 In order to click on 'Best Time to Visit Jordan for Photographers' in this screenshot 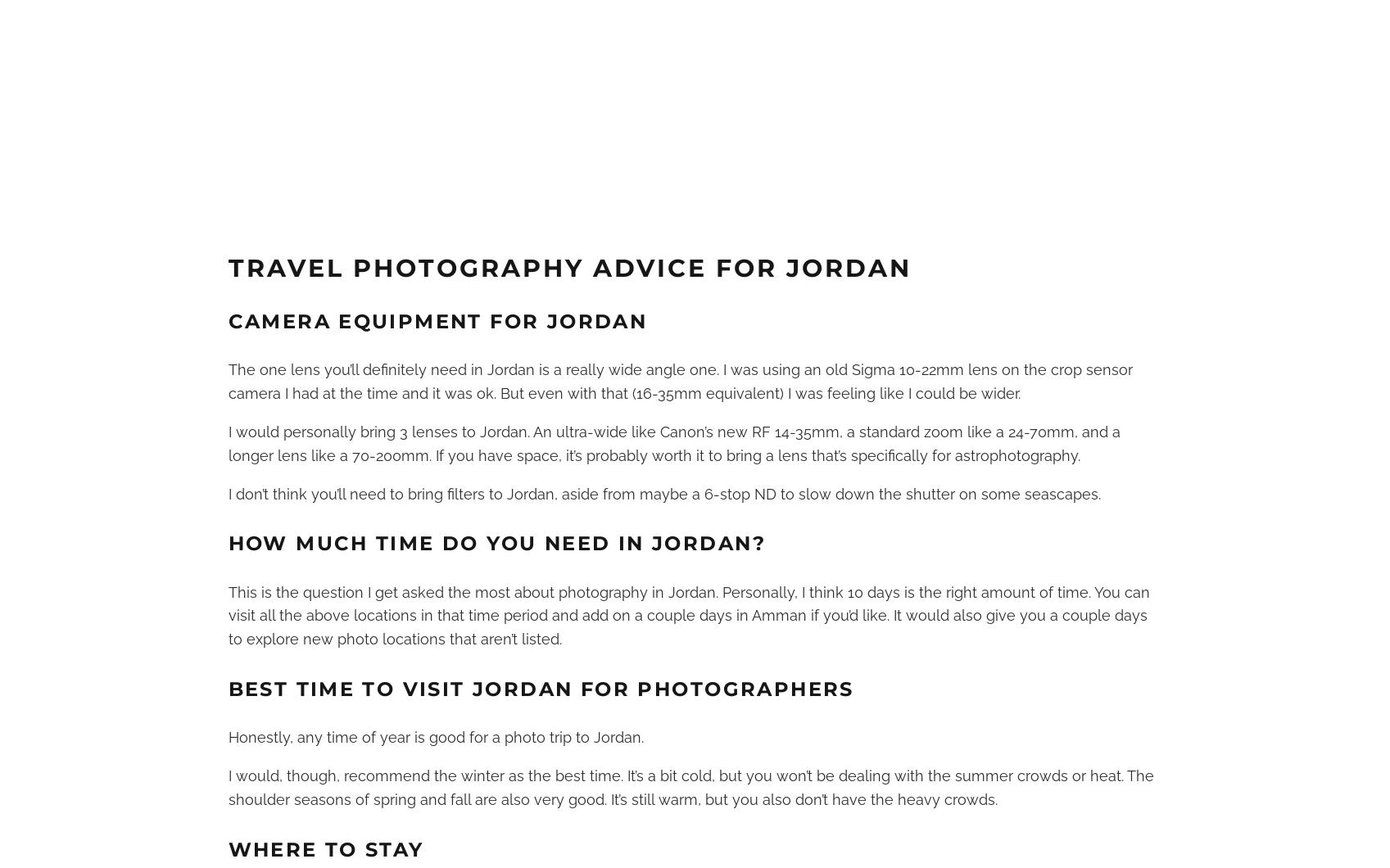, I will do `click(540, 688)`.